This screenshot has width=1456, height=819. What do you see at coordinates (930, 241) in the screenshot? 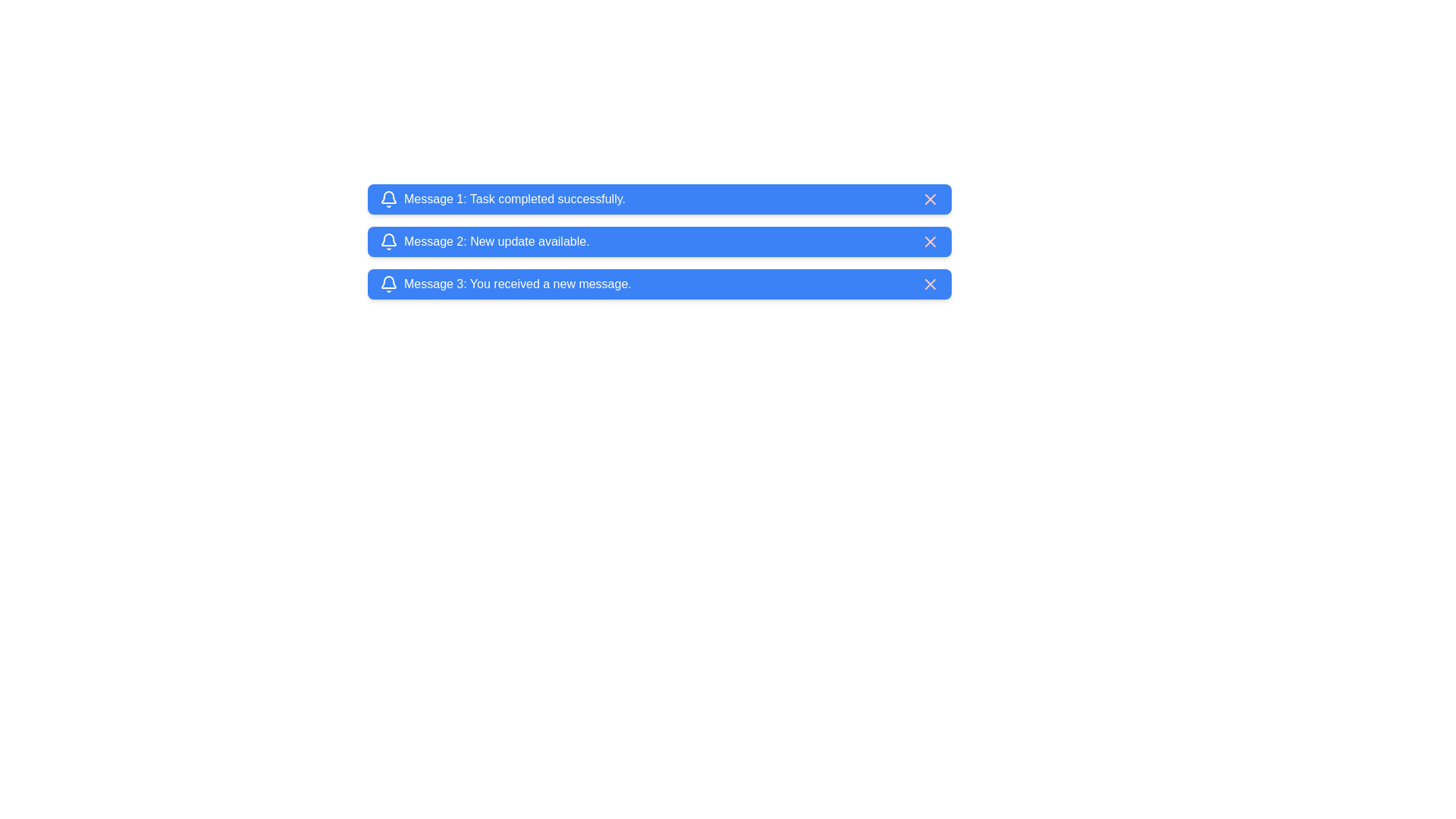
I see `the close button located to the far right of the second notification bar, next to the label 'Message 2: New update available'` at bounding box center [930, 241].